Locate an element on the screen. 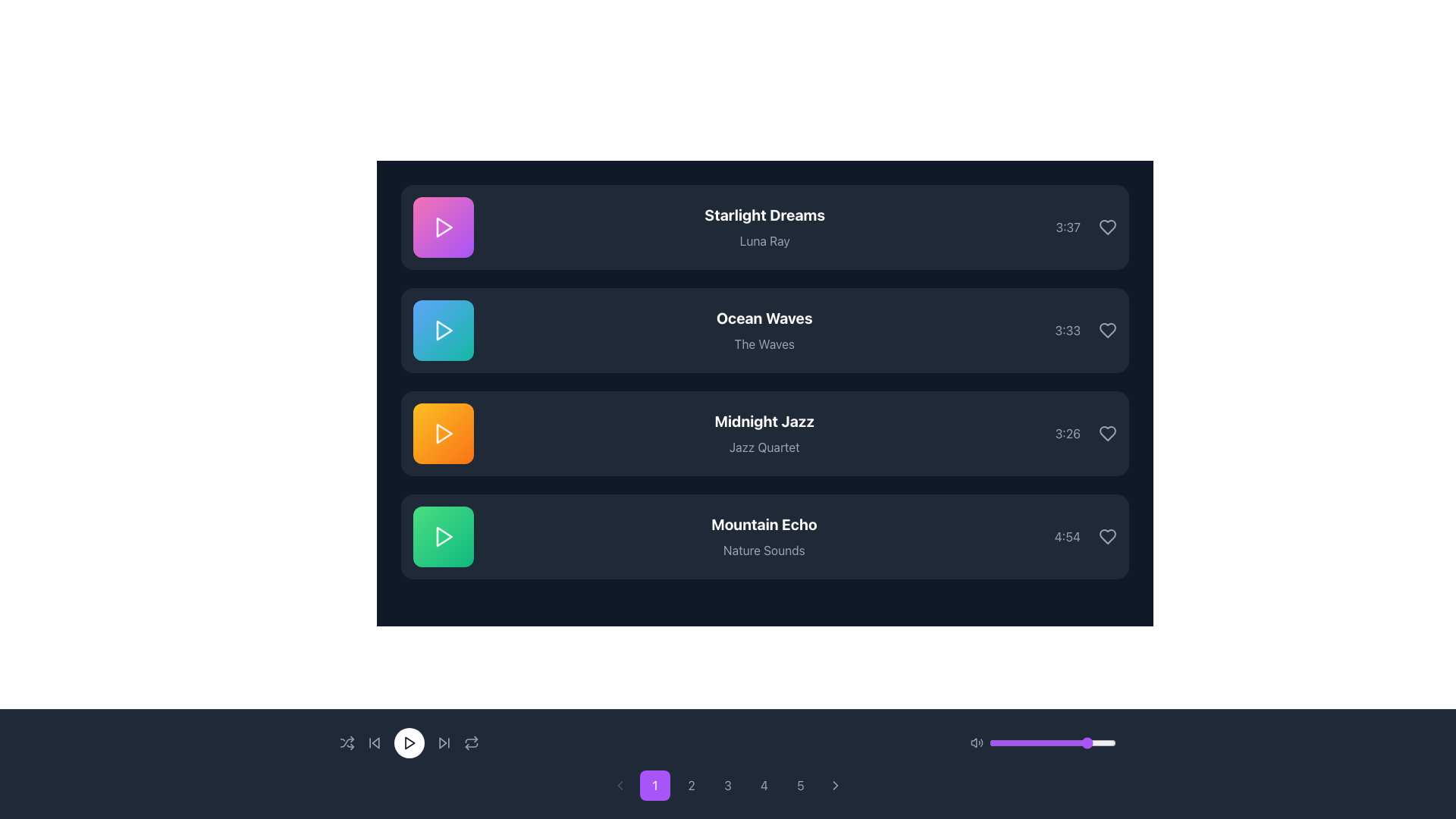 The height and width of the screenshot is (819, 1456). the fifth button in the bottom navigation bar to change its appearance is located at coordinates (800, 785).